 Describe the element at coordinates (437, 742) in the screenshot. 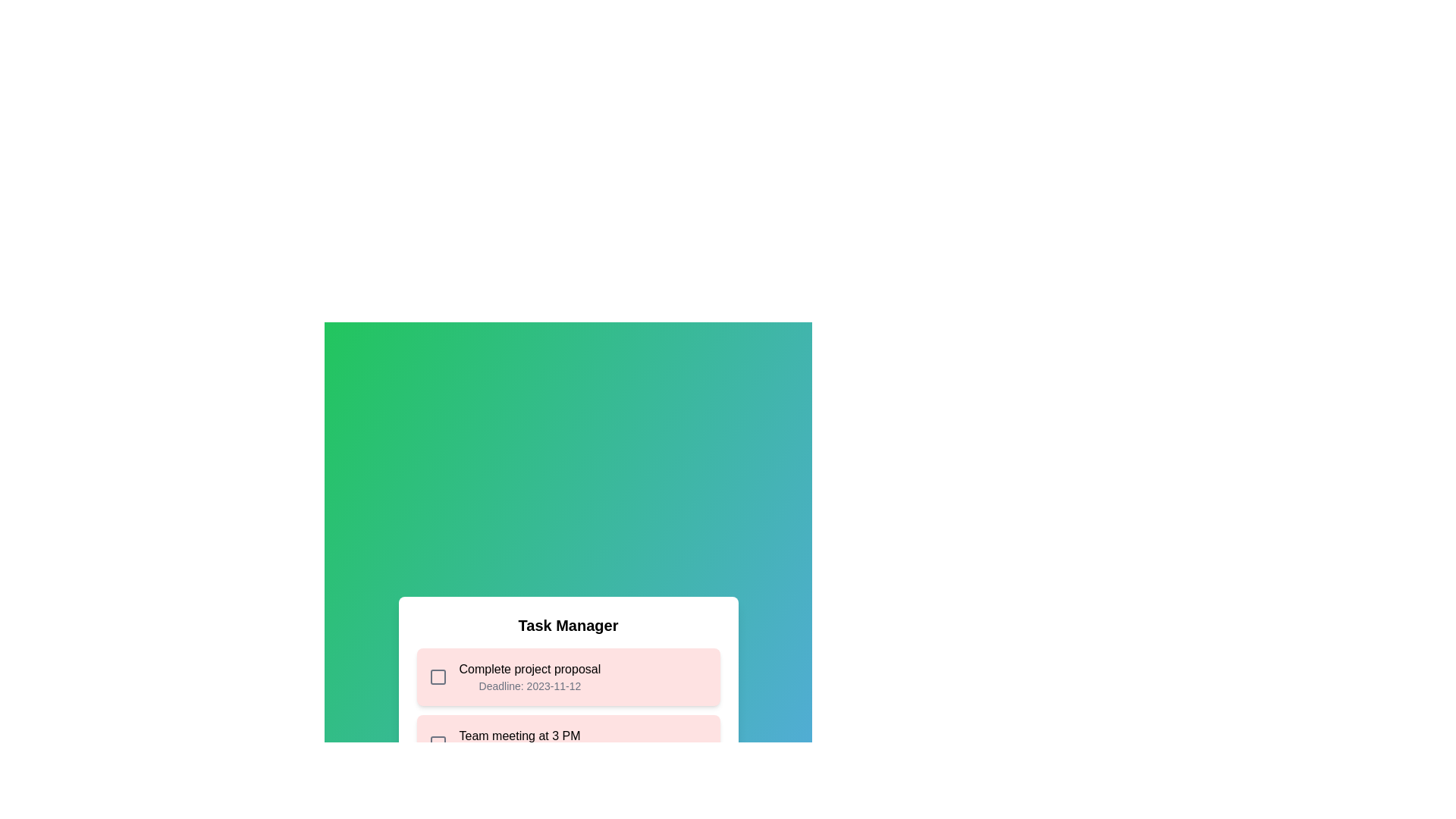

I see `the SVG graphical element located at the bottom-middle of the interface, adjacent to the task labeled 'Team meeting at 3 PM'` at that location.